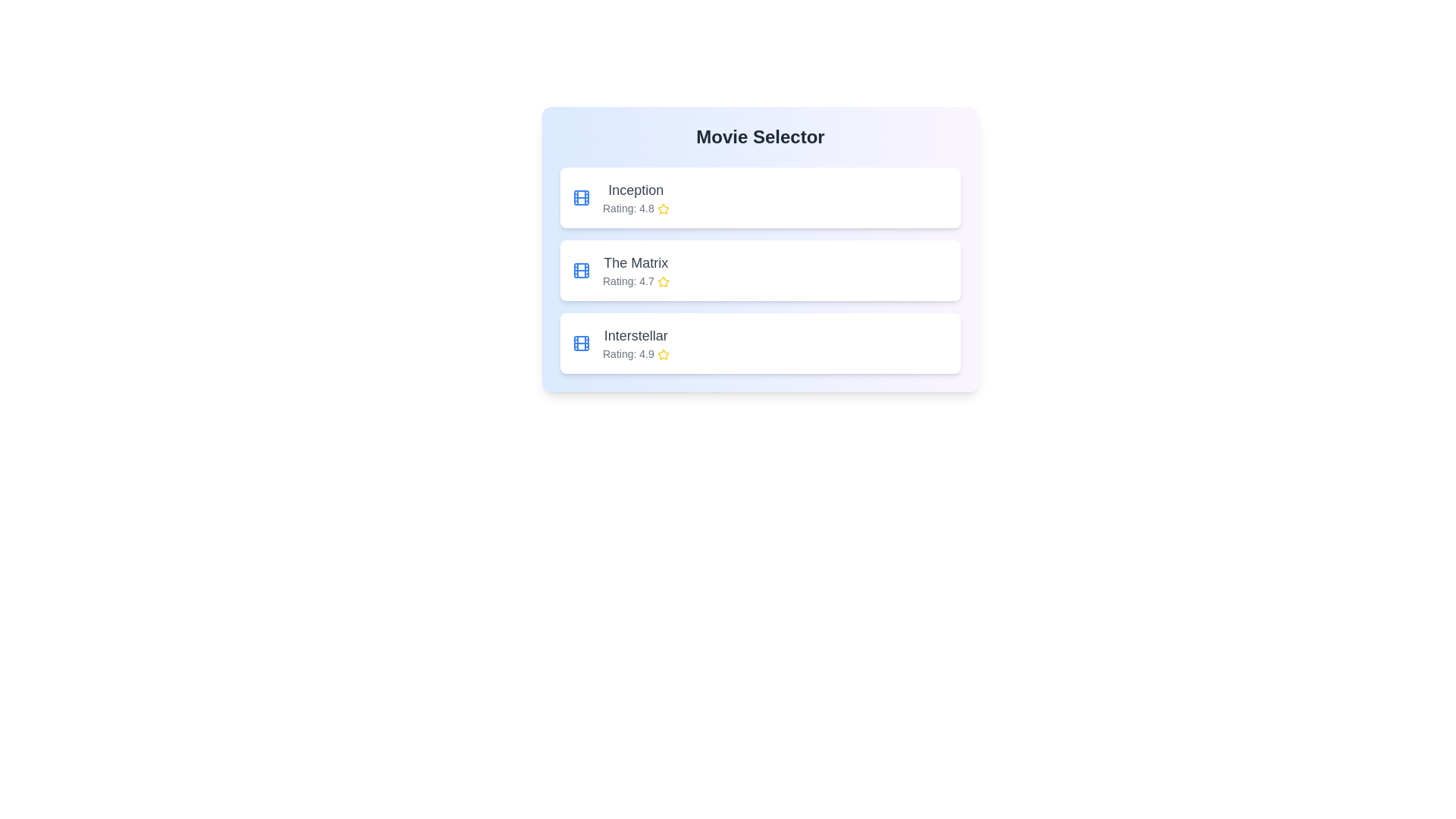 The height and width of the screenshot is (819, 1456). What do you see at coordinates (761, 270) in the screenshot?
I see `the movie item corresponding to The Matrix` at bounding box center [761, 270].